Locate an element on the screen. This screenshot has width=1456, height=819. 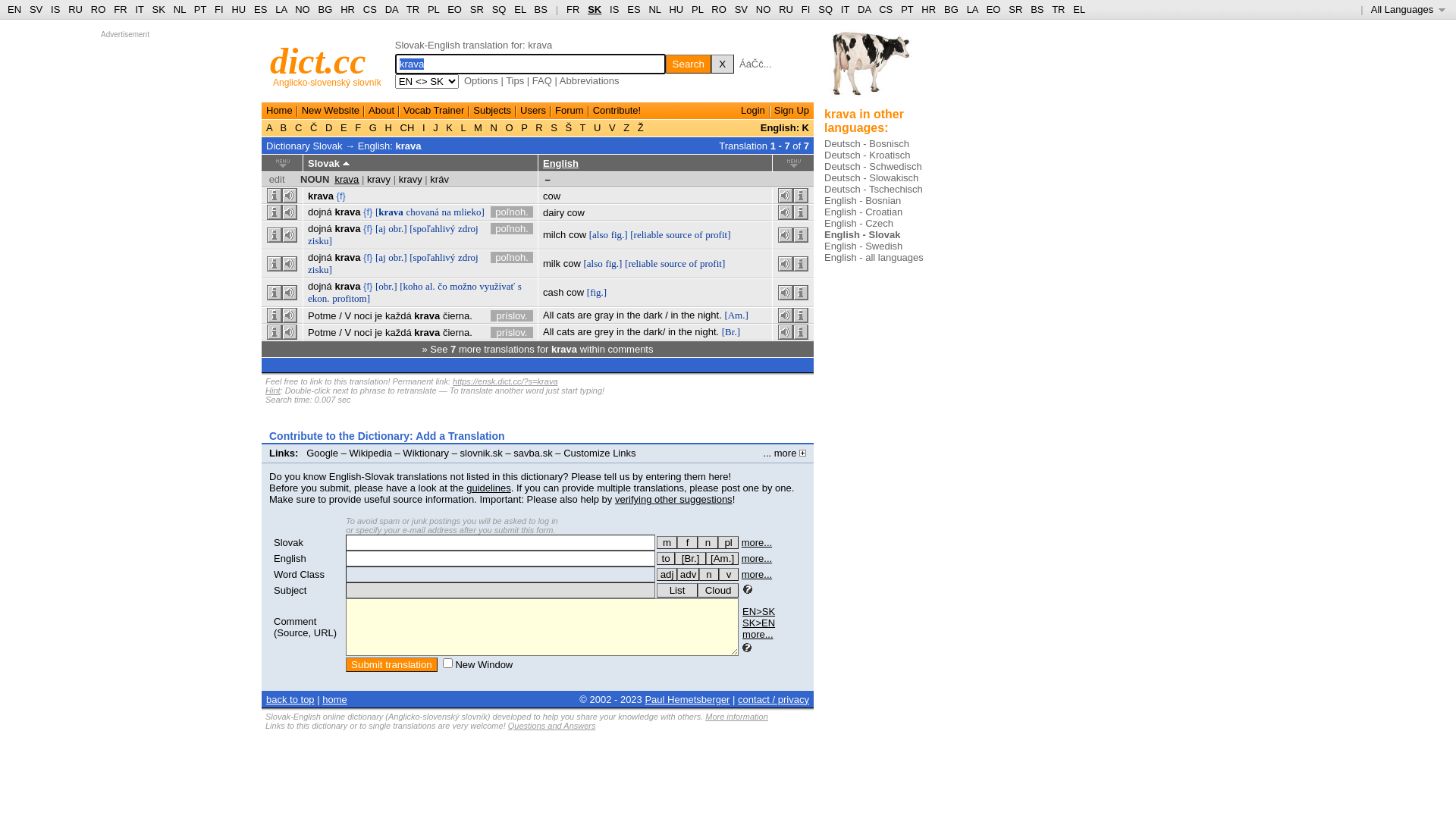
'H' is located at coordinates (388, 127).